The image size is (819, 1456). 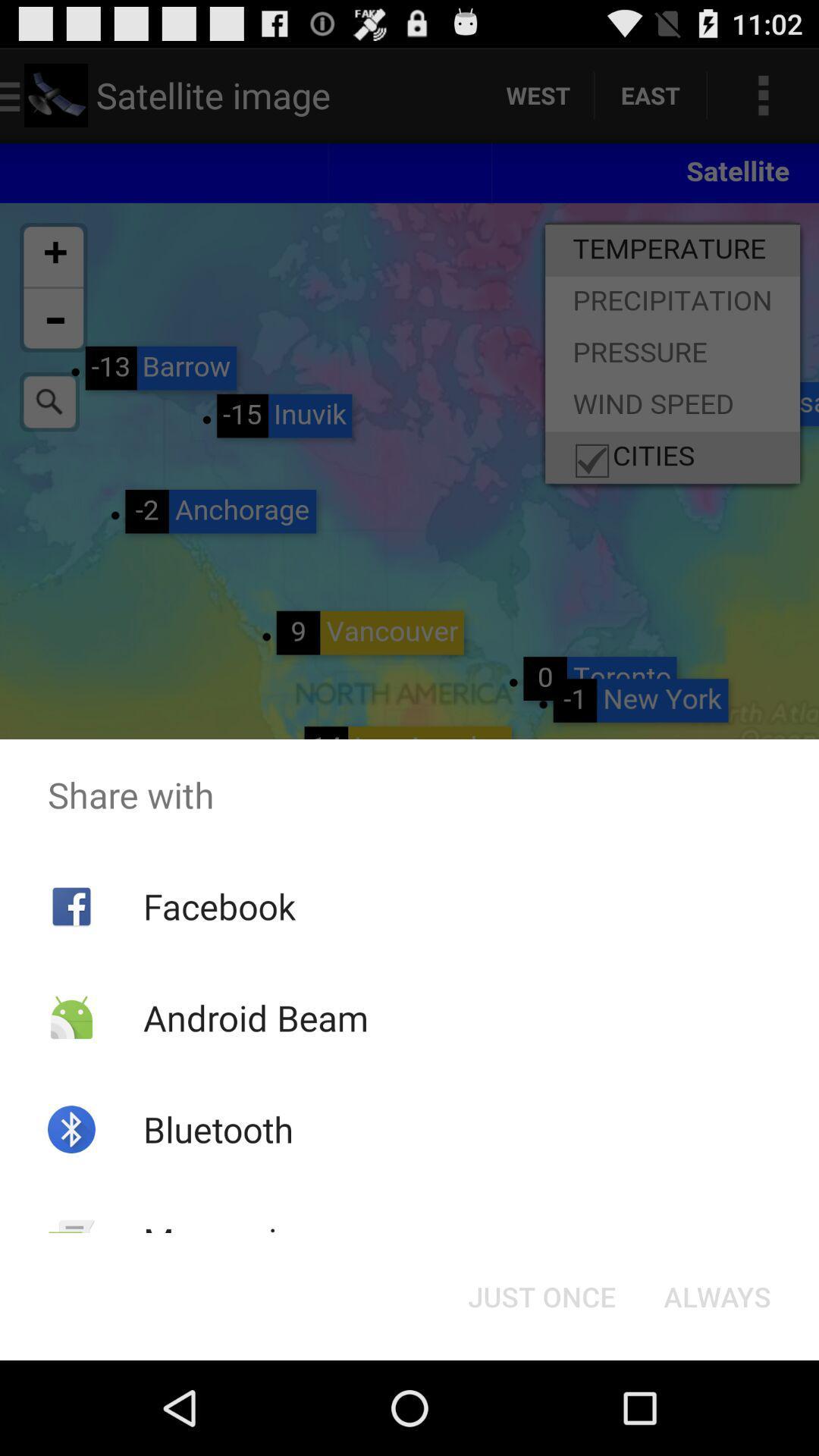 I want to click on the icon to the right of just once icon, so click(x=717, y=1295).